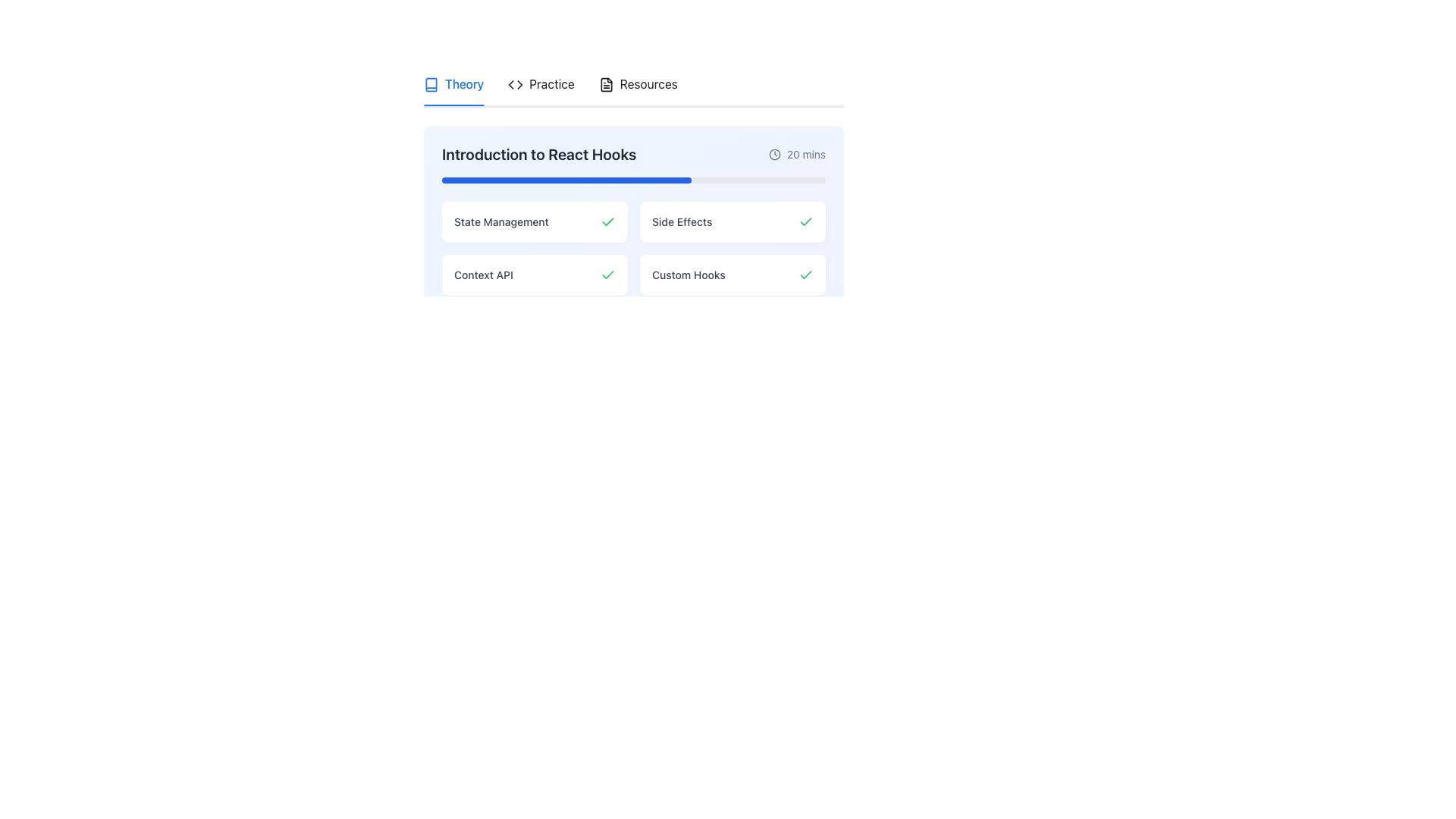 This screenshot has height=819, width=1456. Describe the element at coordinates (516, 84) in the screenshot. I see `the coding-related icon in the top navigation bar` at that location.